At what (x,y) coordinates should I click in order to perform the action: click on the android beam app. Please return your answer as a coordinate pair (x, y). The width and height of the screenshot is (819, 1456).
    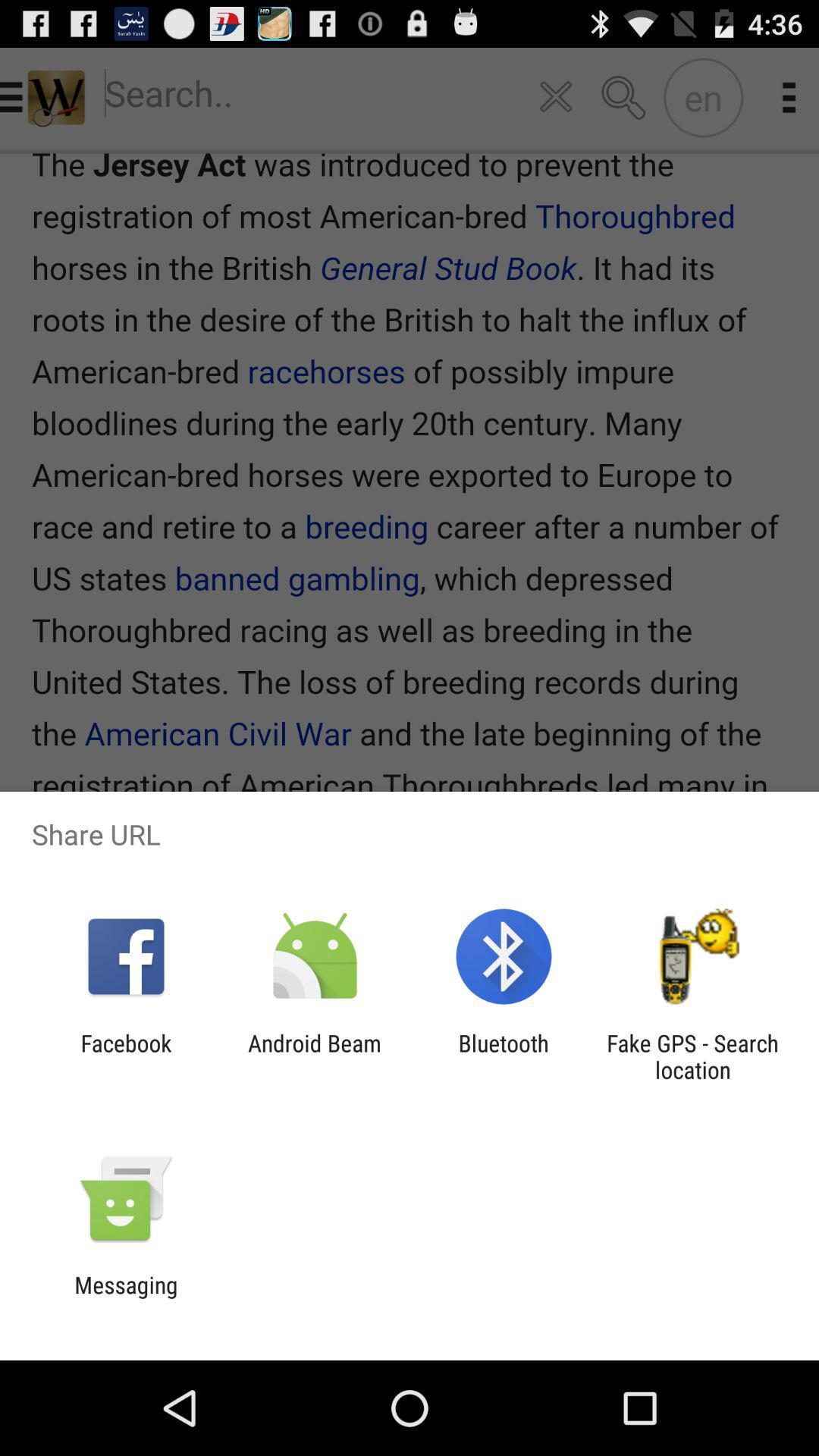
    Looking at the image, I should click on (314, 1056).